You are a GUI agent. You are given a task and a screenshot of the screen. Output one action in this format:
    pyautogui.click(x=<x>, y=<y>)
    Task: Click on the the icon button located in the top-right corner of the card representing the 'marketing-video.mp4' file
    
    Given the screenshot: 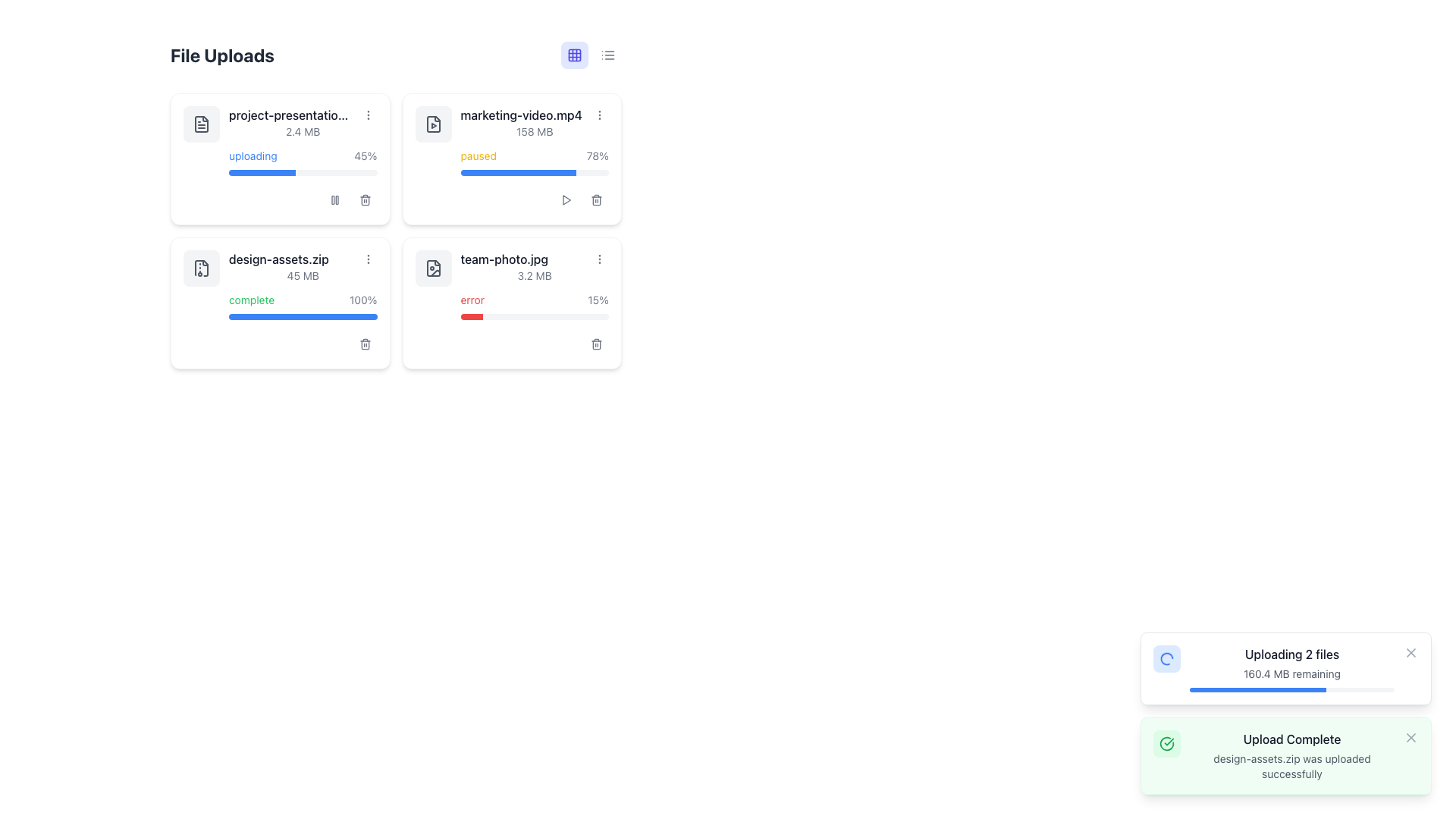 What is the action you would take?
    pyautogui.click(x=599, y=114)
    